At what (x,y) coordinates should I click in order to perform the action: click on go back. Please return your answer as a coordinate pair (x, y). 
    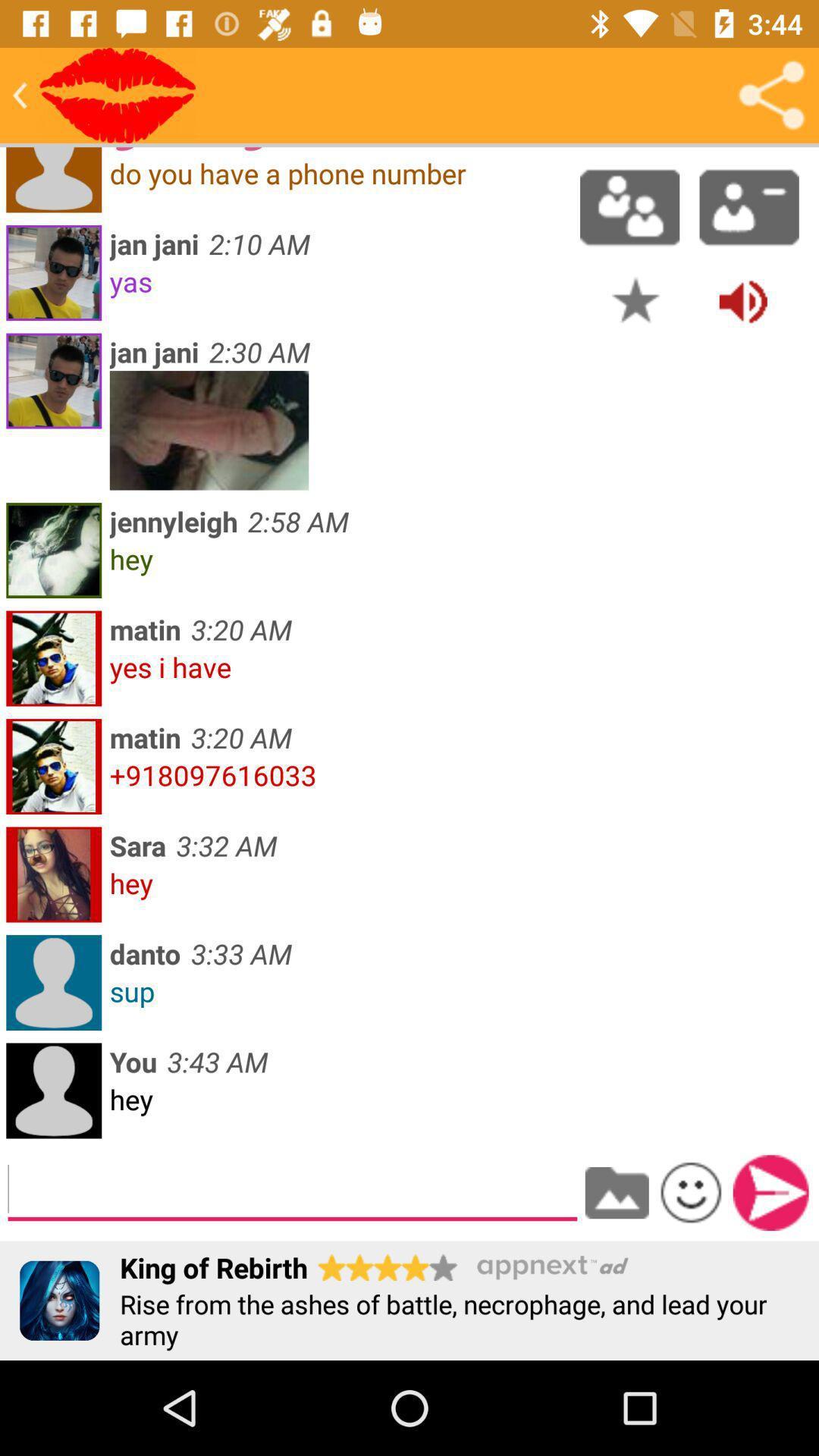
    Looking at the image, I should click on (20, 94).